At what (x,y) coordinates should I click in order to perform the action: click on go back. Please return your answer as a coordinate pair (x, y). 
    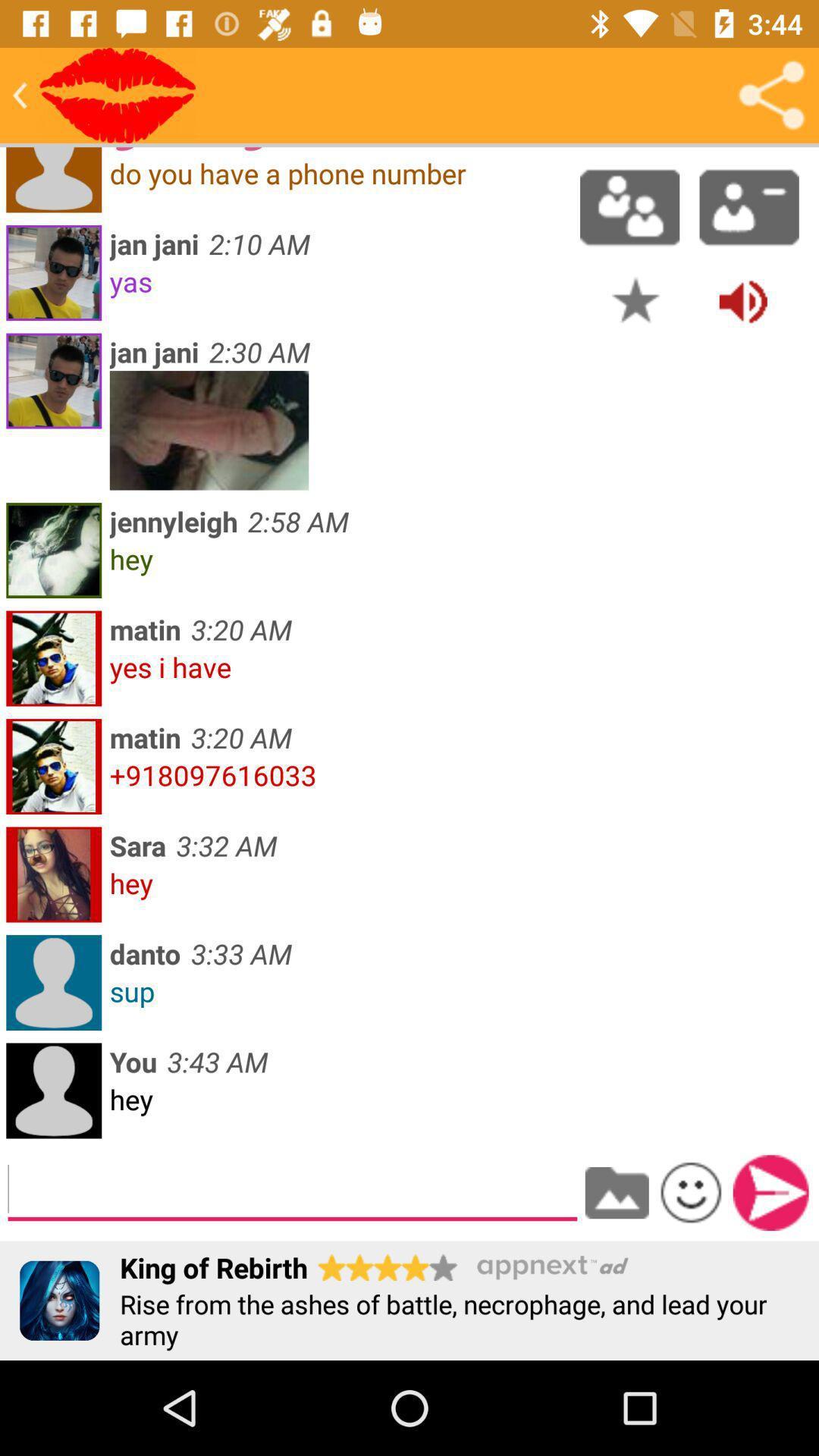
    Looking at the image, I should click on (20, 94).